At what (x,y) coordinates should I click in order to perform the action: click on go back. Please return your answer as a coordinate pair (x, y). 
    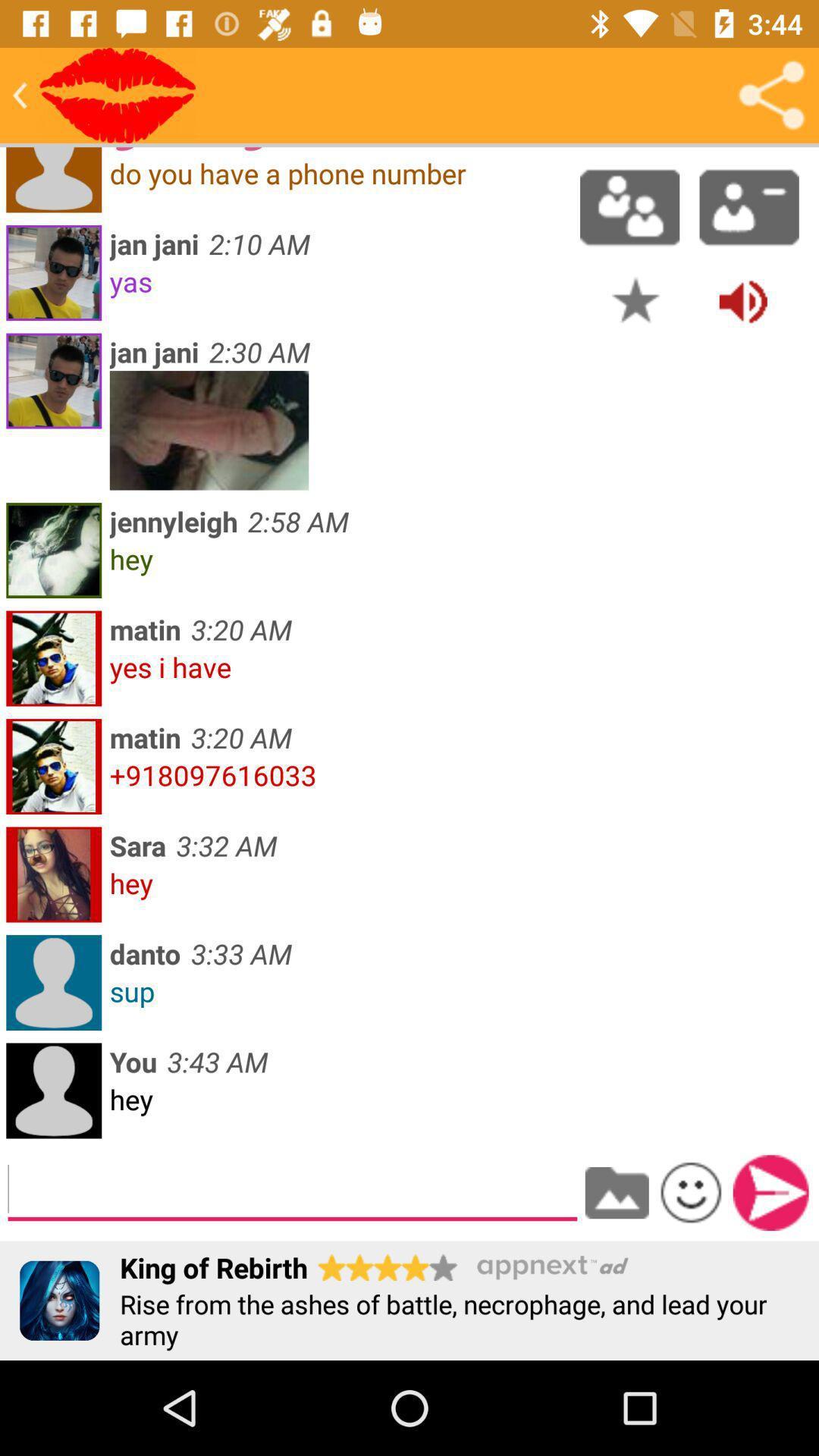
    Looking at the image, I should click on (20, 94).